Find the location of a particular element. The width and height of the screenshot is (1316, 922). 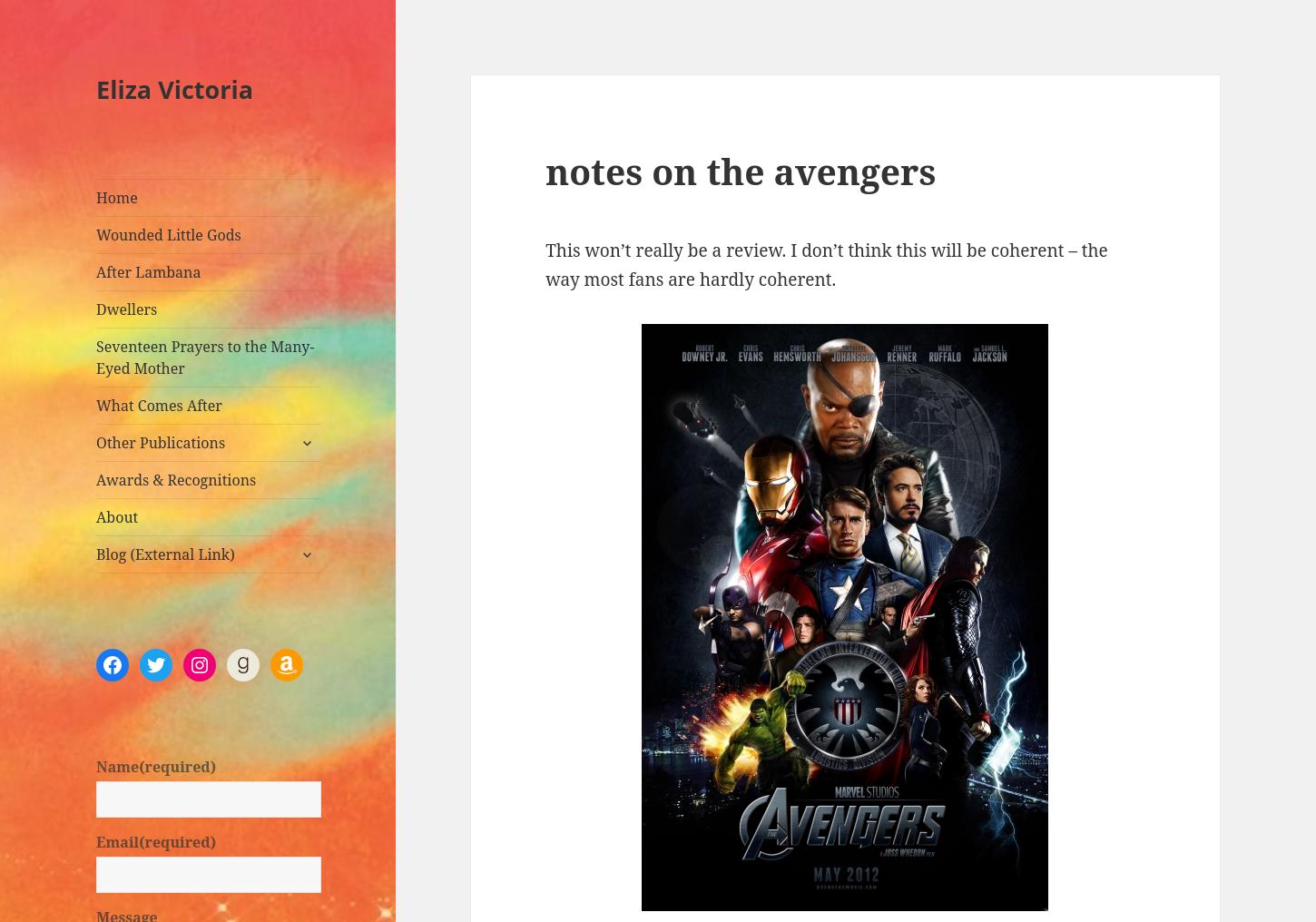

'Email' is located at coordinates (116, 841).